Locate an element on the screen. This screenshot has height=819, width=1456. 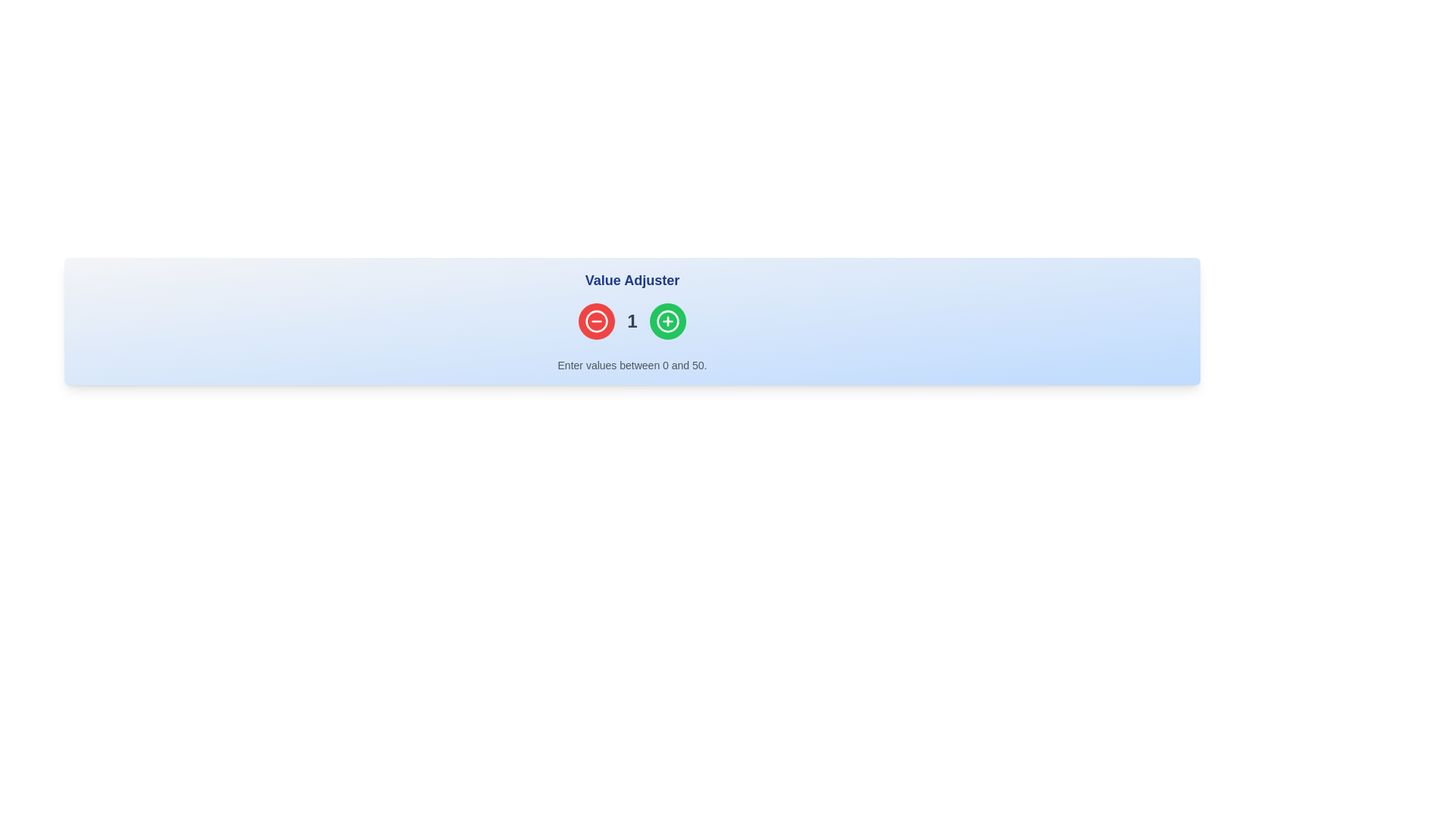
the green circular button with a white cross symbol located on the right side of a three-element control area is located at coordinates (667, 321).